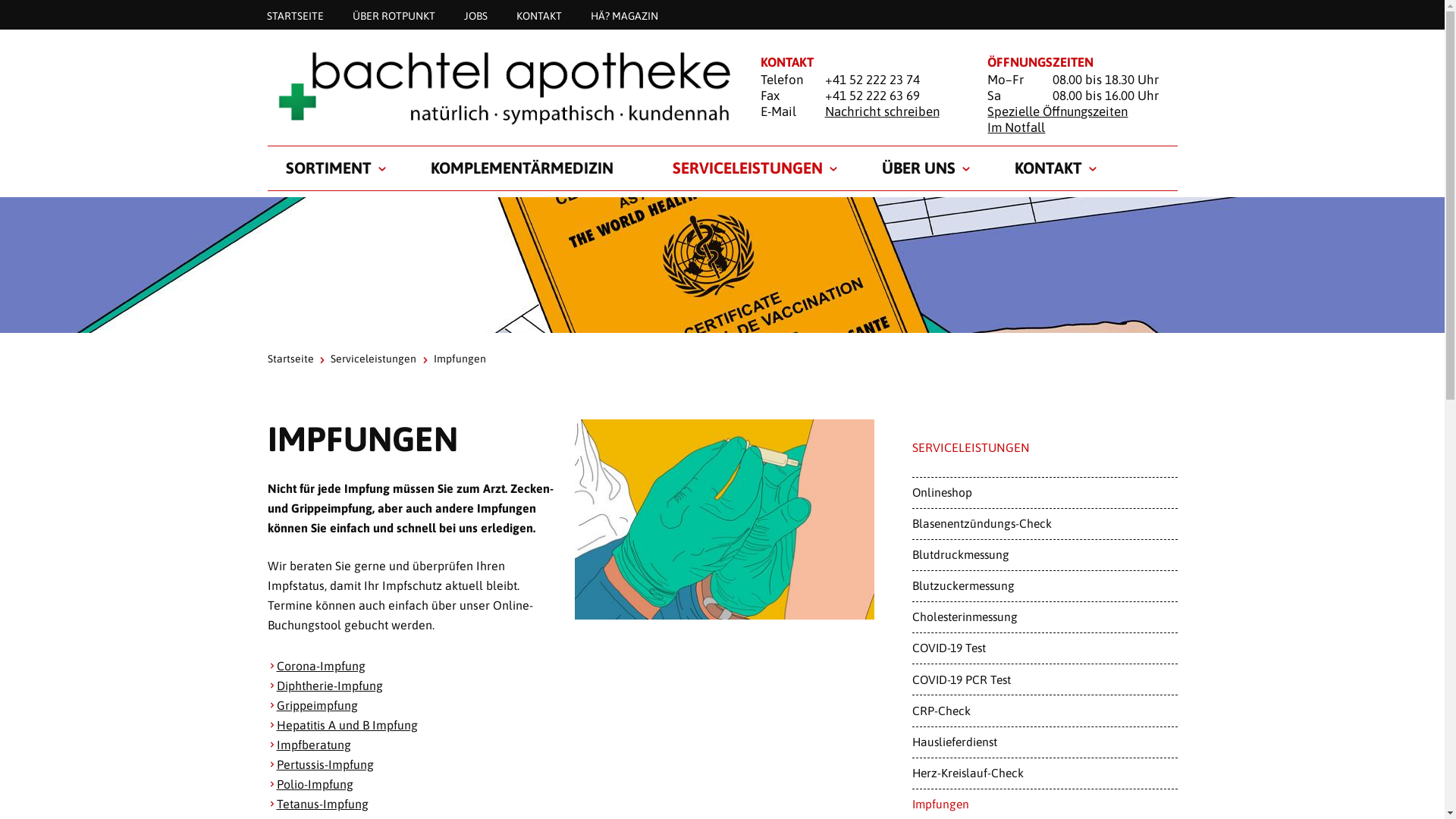 This screenshot has width=1456, height=819. I want to click on 'Herz-Kreislauf-Check', so click(1043, 773).